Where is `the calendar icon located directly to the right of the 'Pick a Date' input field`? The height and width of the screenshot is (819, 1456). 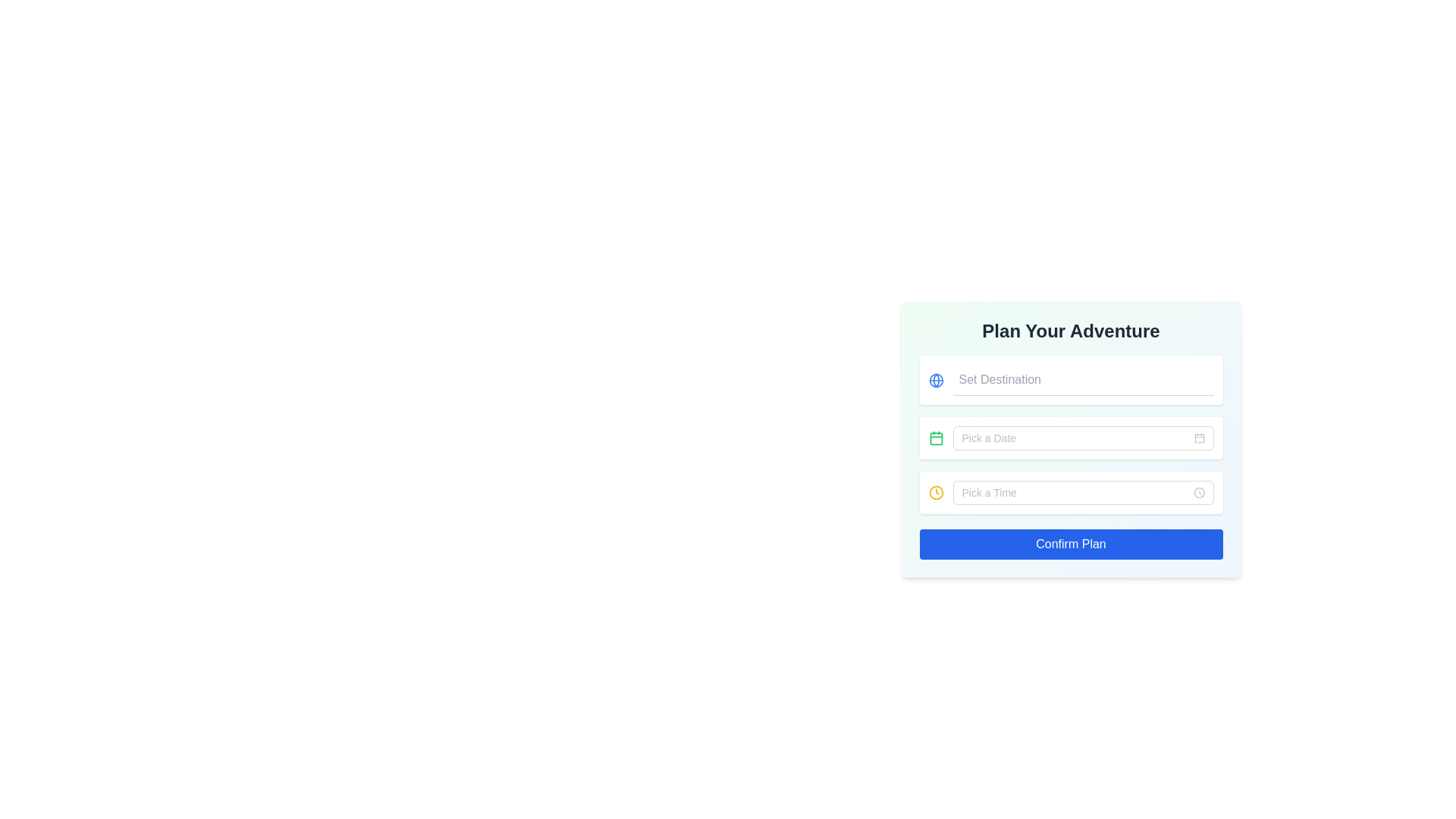
the calendar icon located directly to the right of the 'Pick a Date' input field is located at coordinates (1198, 438).